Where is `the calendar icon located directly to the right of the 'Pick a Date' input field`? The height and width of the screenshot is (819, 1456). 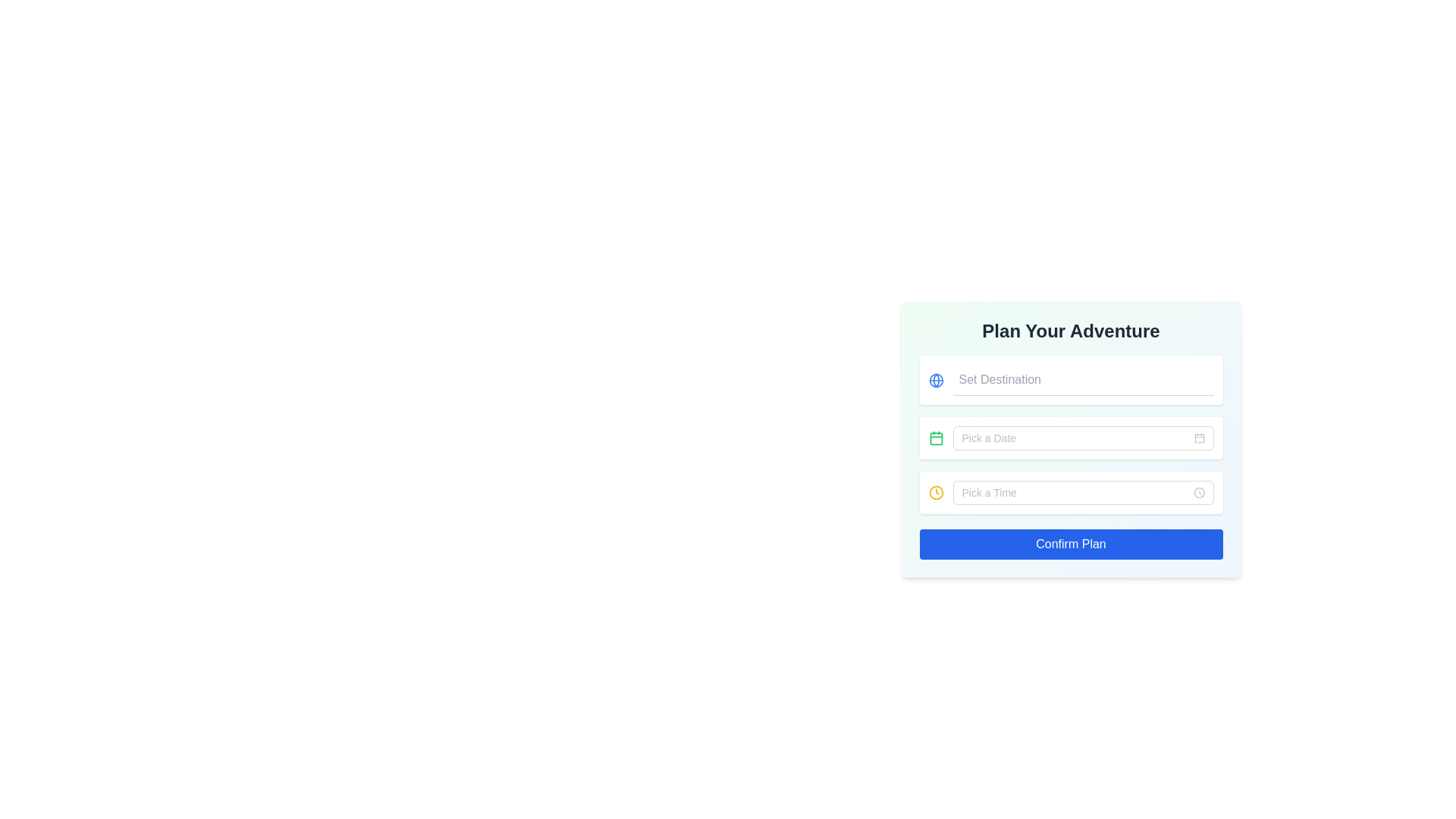
the calendar icon located directly to the right of the 'Pick a Date' input field is located at coordinates (1198, 438).